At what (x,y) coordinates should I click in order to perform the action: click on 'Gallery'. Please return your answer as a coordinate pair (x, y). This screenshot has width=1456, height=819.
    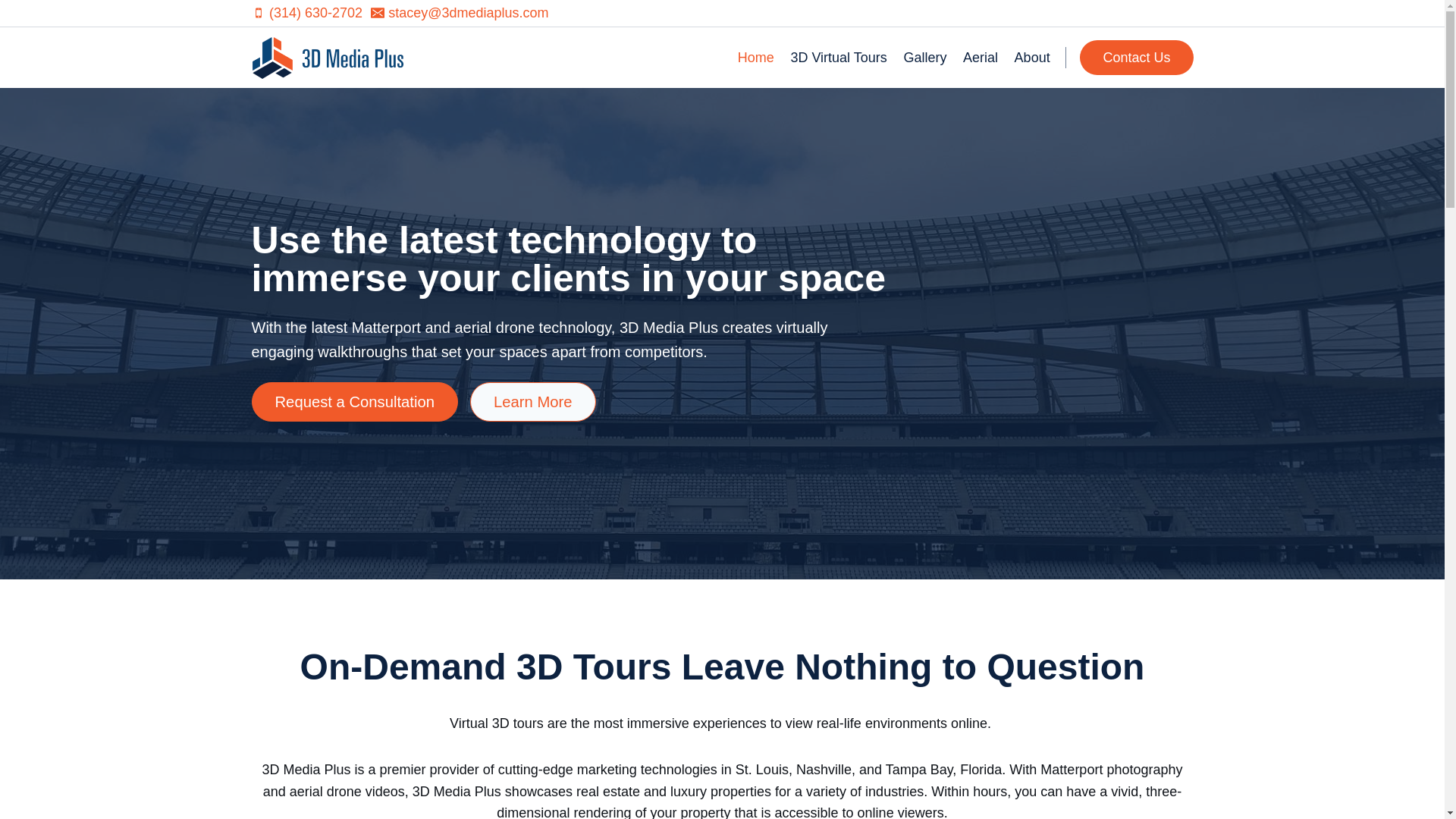
    Looking at the image, I should click on (924, 57).